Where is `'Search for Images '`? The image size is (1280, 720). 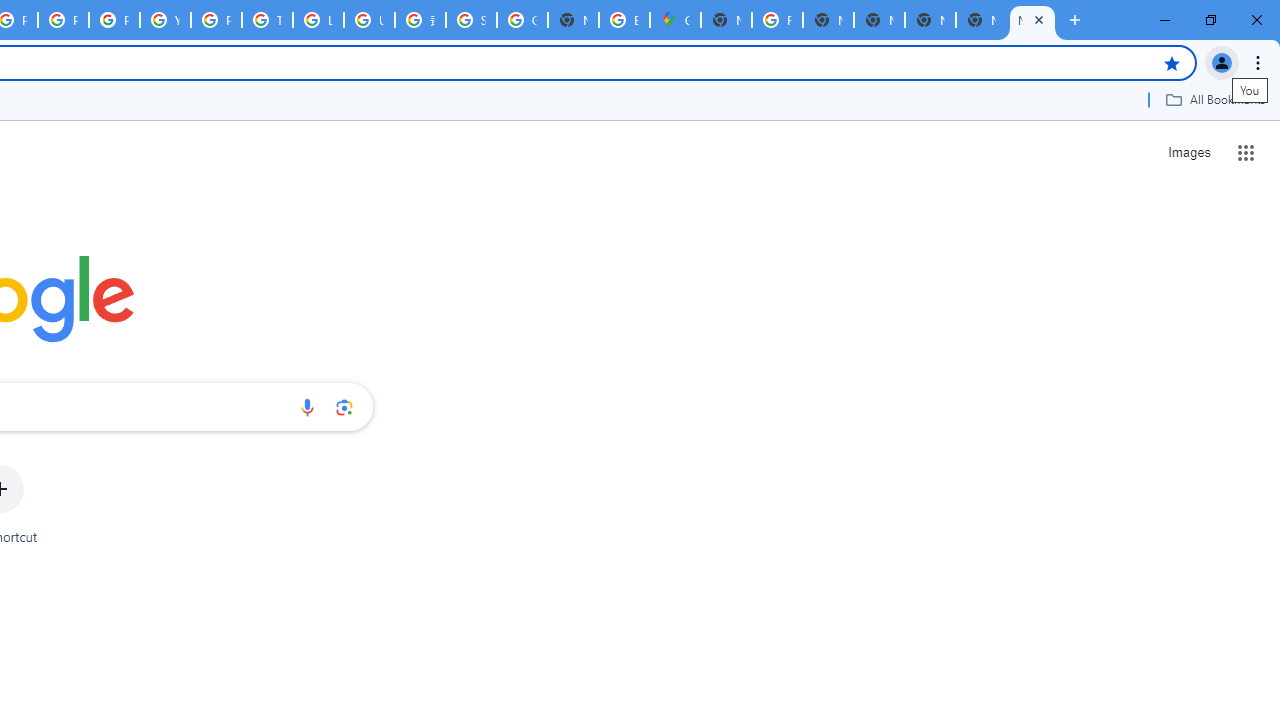
'Search for Images ' is located at coordinates (1189, 152).